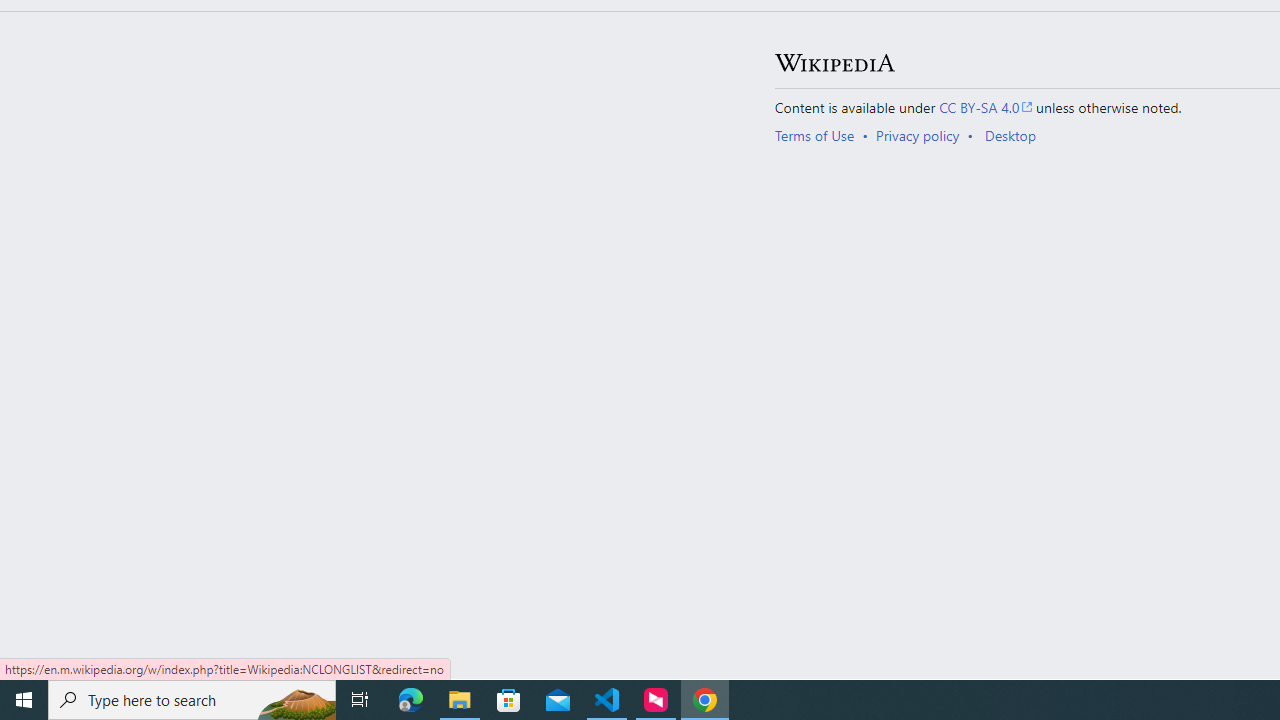 This screenshot has height=720, width=1280. I want to click on 'Privacy policy', so click(916, 135).